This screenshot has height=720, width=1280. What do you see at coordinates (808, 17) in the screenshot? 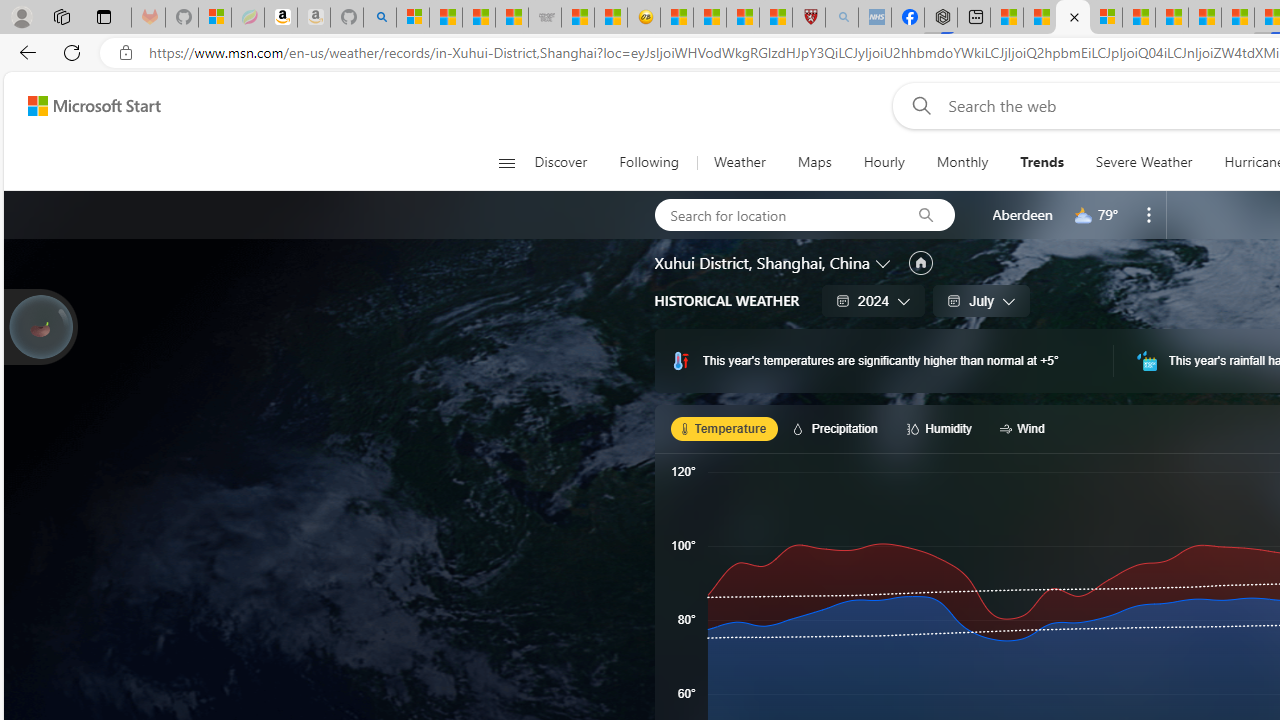
I see `'Robert H. Shmerling, MD - Harvard Health'` at bounding box center [808, 17].